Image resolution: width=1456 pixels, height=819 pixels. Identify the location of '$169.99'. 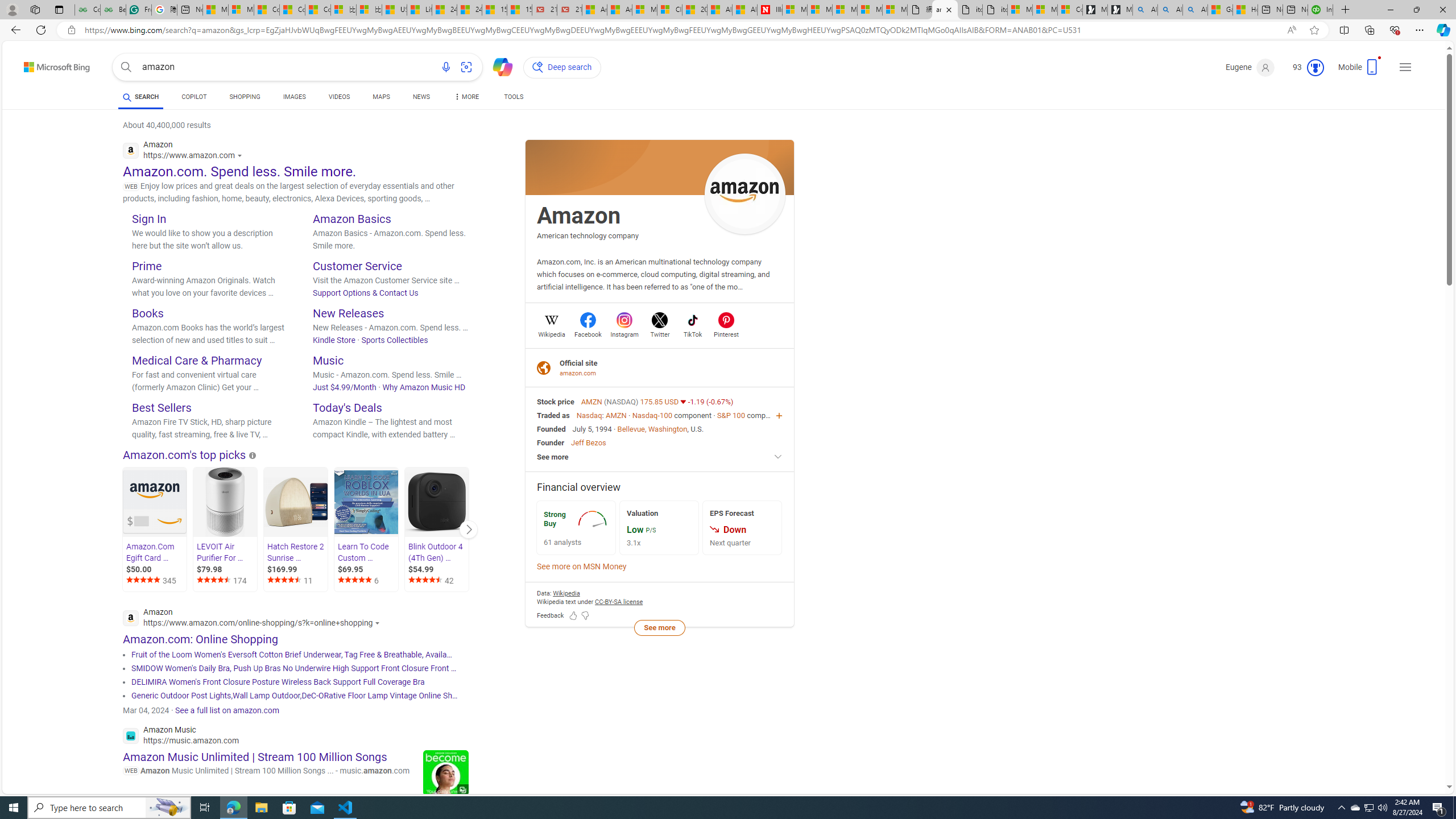
(296, 569).